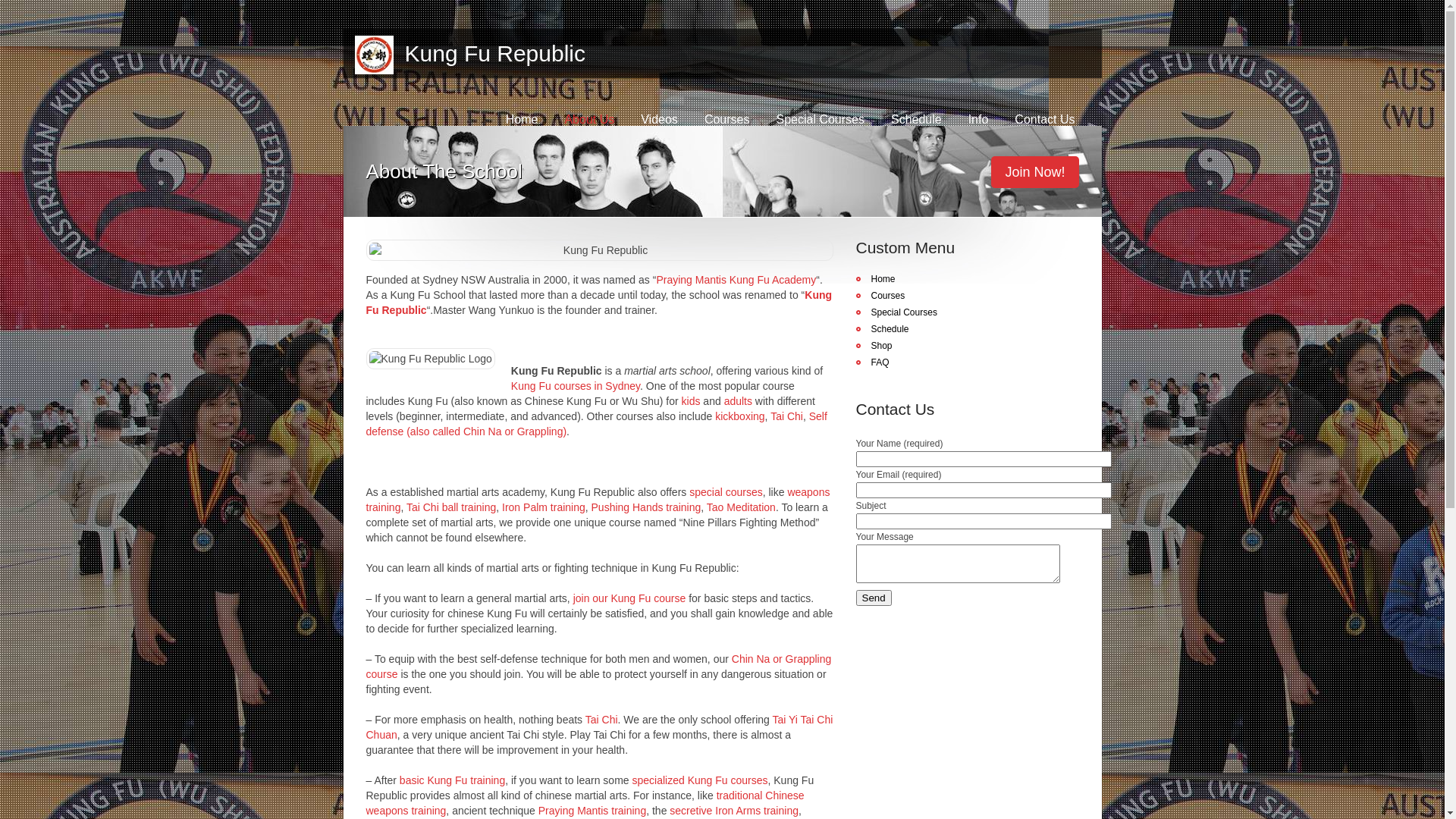 The width and height of the screenshot is (1456, 819). What do you see at coordinates (640, 118) in the screenshot?
I see `'Videos'` at bounding box center [640, 118].